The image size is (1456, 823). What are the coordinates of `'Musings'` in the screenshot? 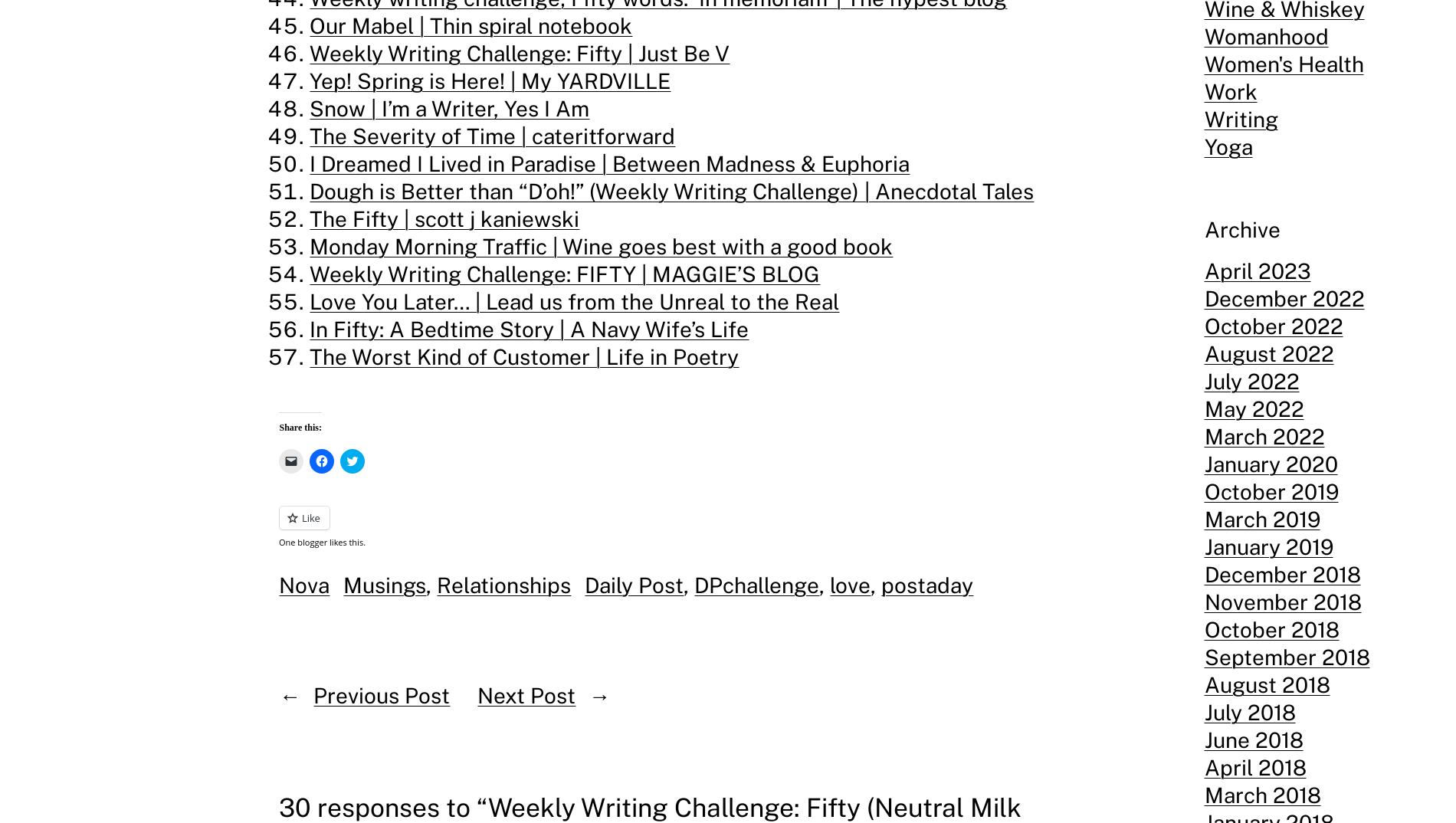 It's located at (384, 583).